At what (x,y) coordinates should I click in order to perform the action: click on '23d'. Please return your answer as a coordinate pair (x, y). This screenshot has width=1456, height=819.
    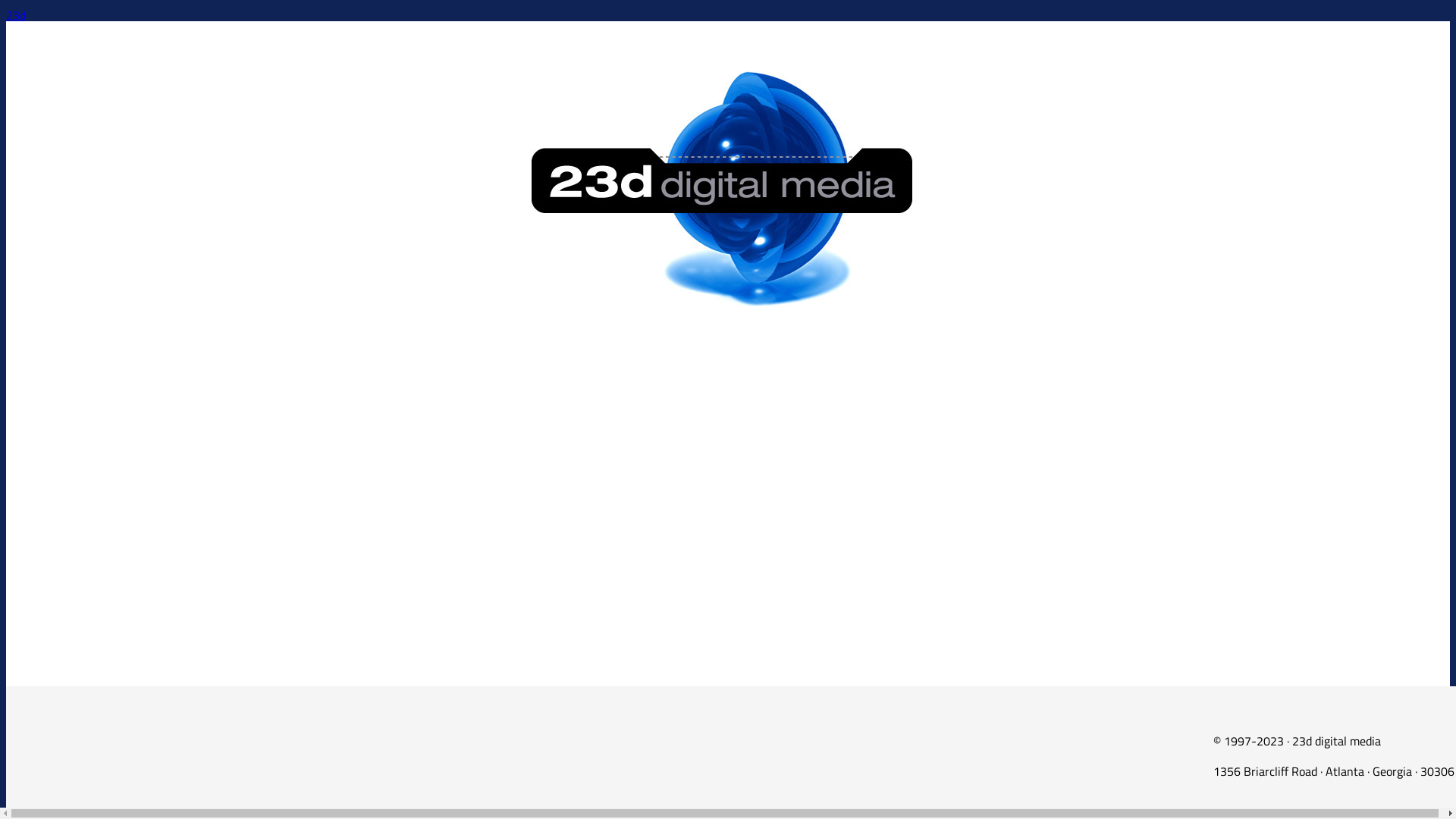
    Looking at the image, I should click on (15, 14).